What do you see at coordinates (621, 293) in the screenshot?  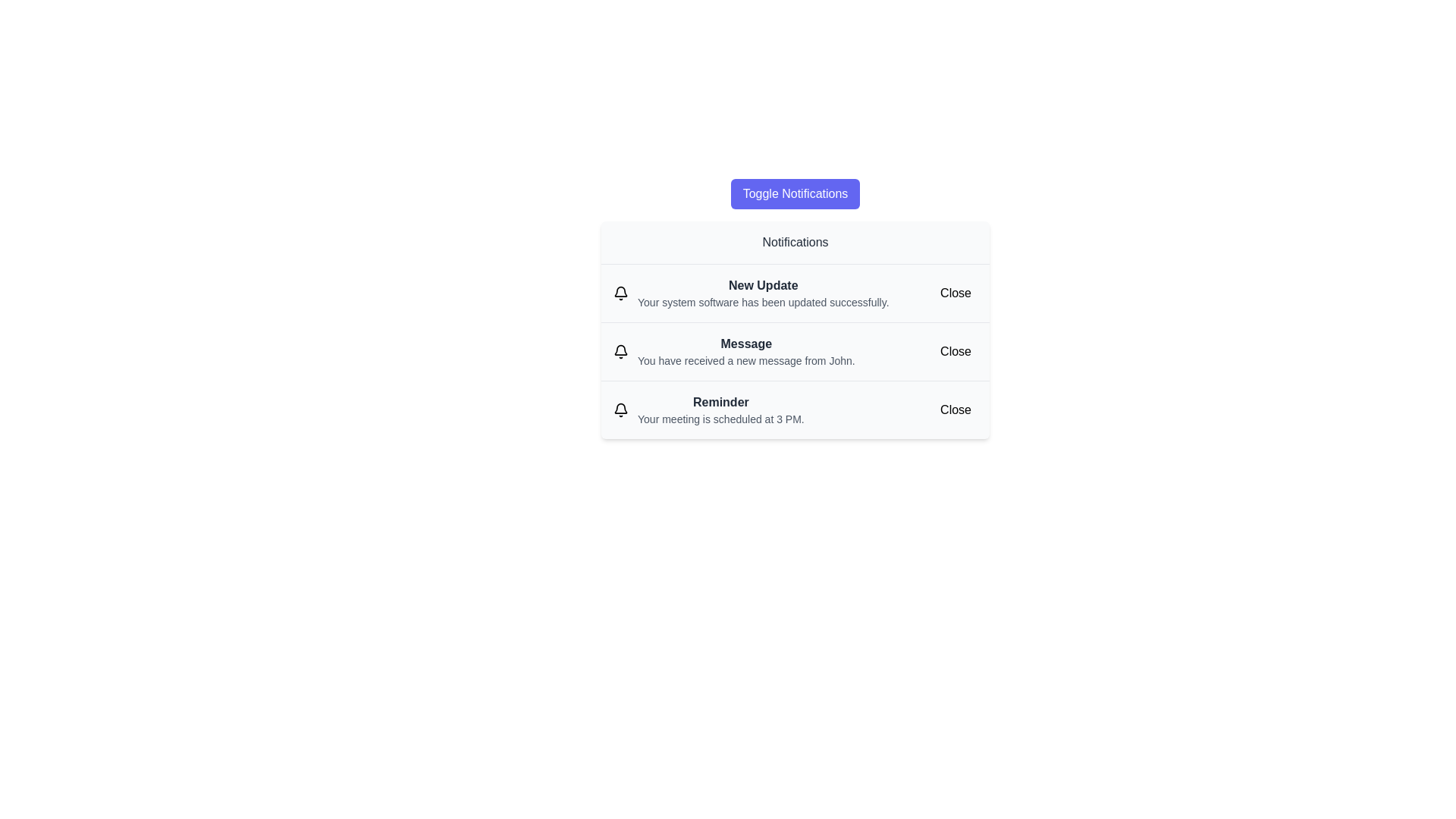 I see `the notification icon on the left side of the 'New Update' text, which serves as a visual indicator for alerts or updates` at bounding box center [621, 293].